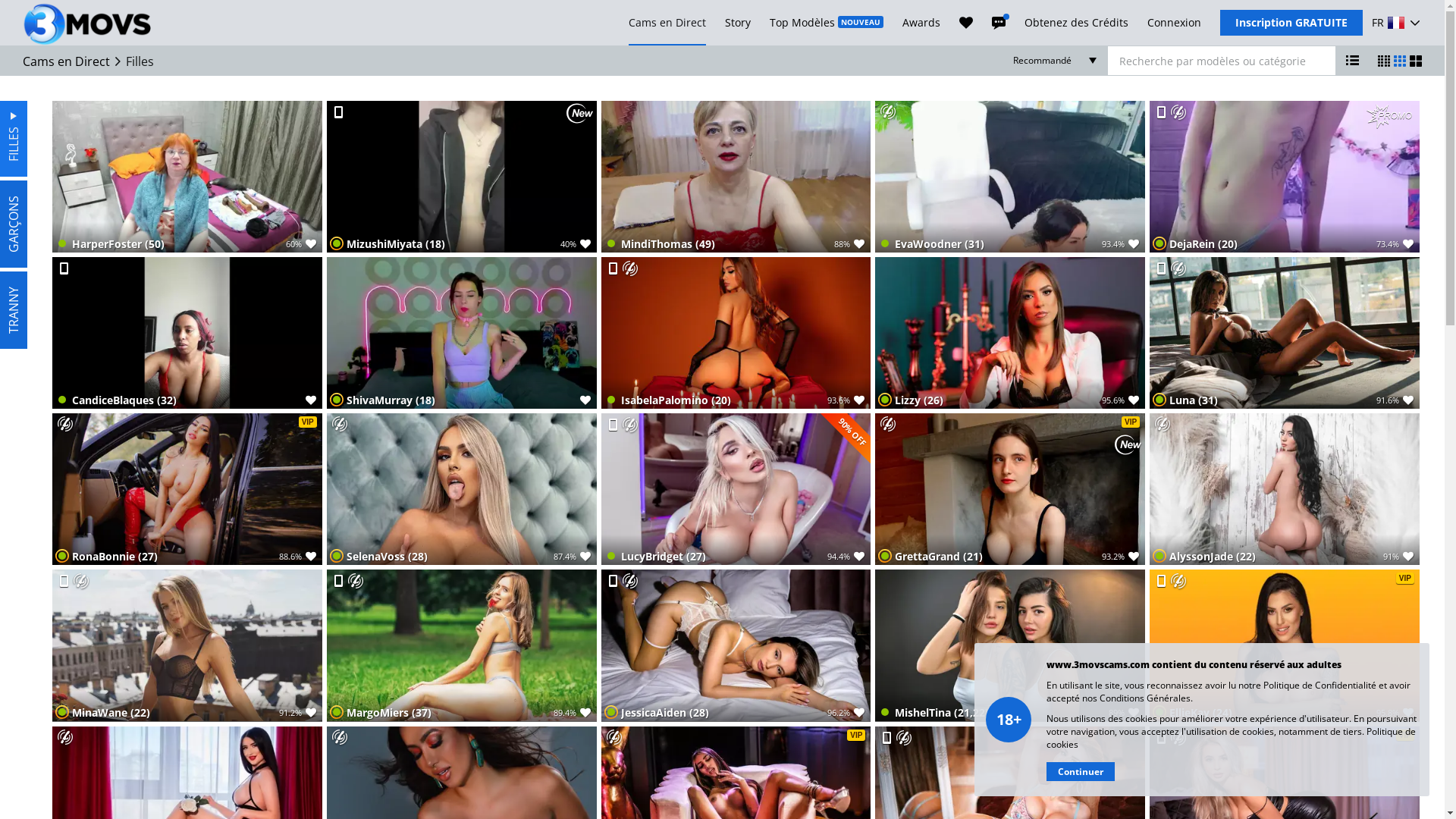 The width and height of the screenshot is (1456, 819). I want to click on 'TRANNY', so click(39, 284).